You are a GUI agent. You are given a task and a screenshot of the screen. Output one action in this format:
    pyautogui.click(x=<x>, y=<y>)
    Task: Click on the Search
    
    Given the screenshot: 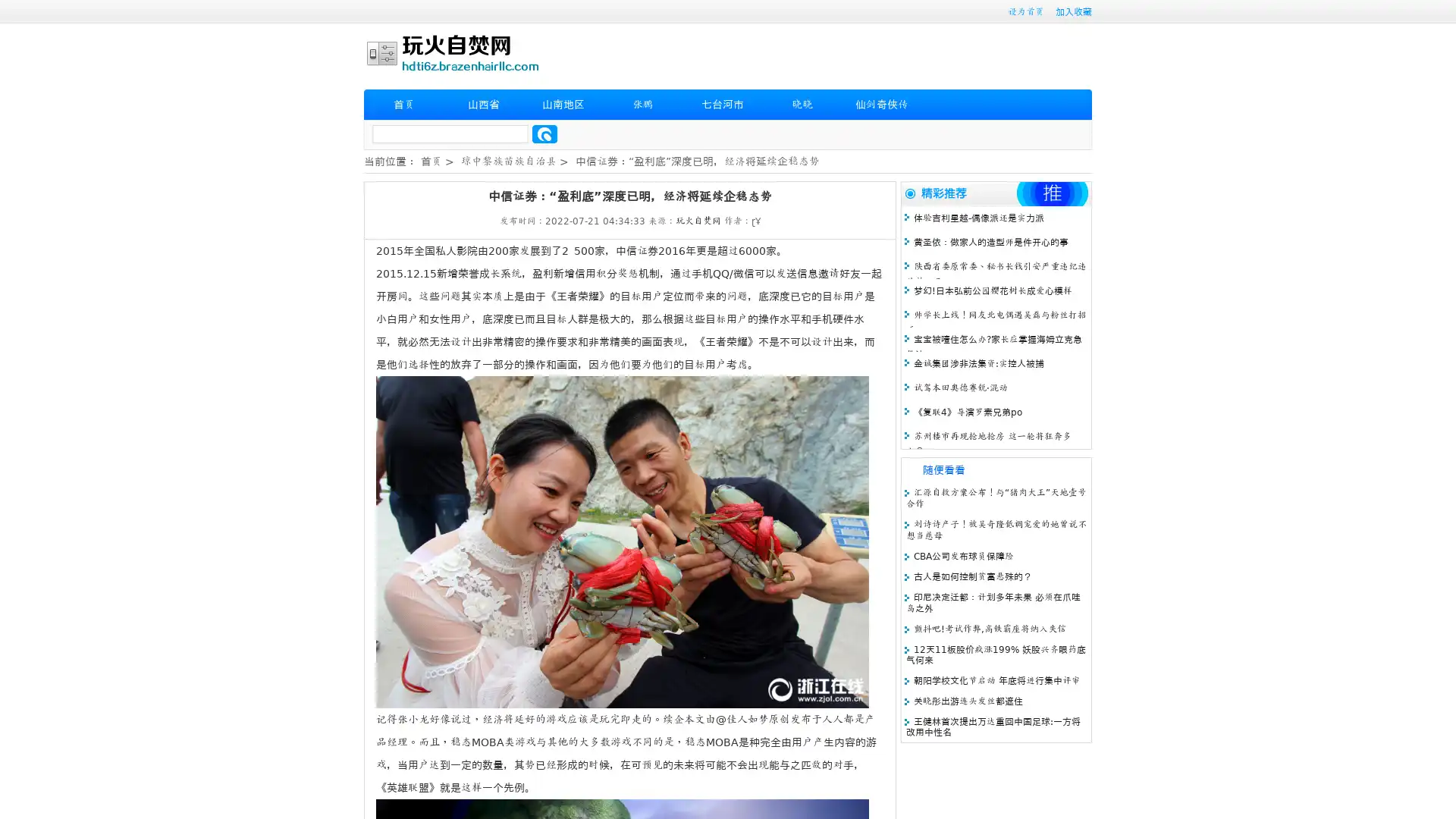 What is the action you would take?
    pyautogui.click(x=544, y=133)
    